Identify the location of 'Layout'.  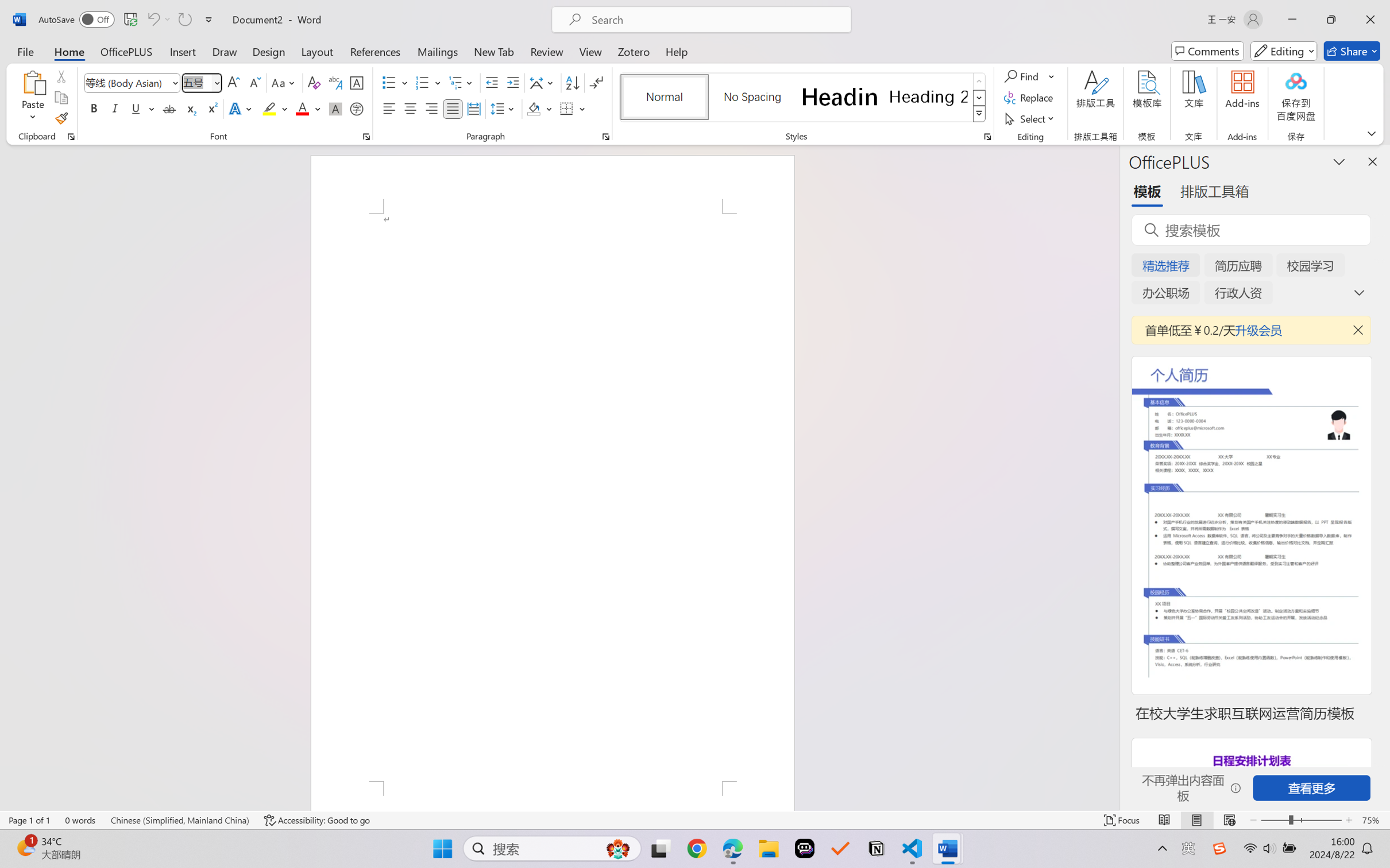
(316, 51).